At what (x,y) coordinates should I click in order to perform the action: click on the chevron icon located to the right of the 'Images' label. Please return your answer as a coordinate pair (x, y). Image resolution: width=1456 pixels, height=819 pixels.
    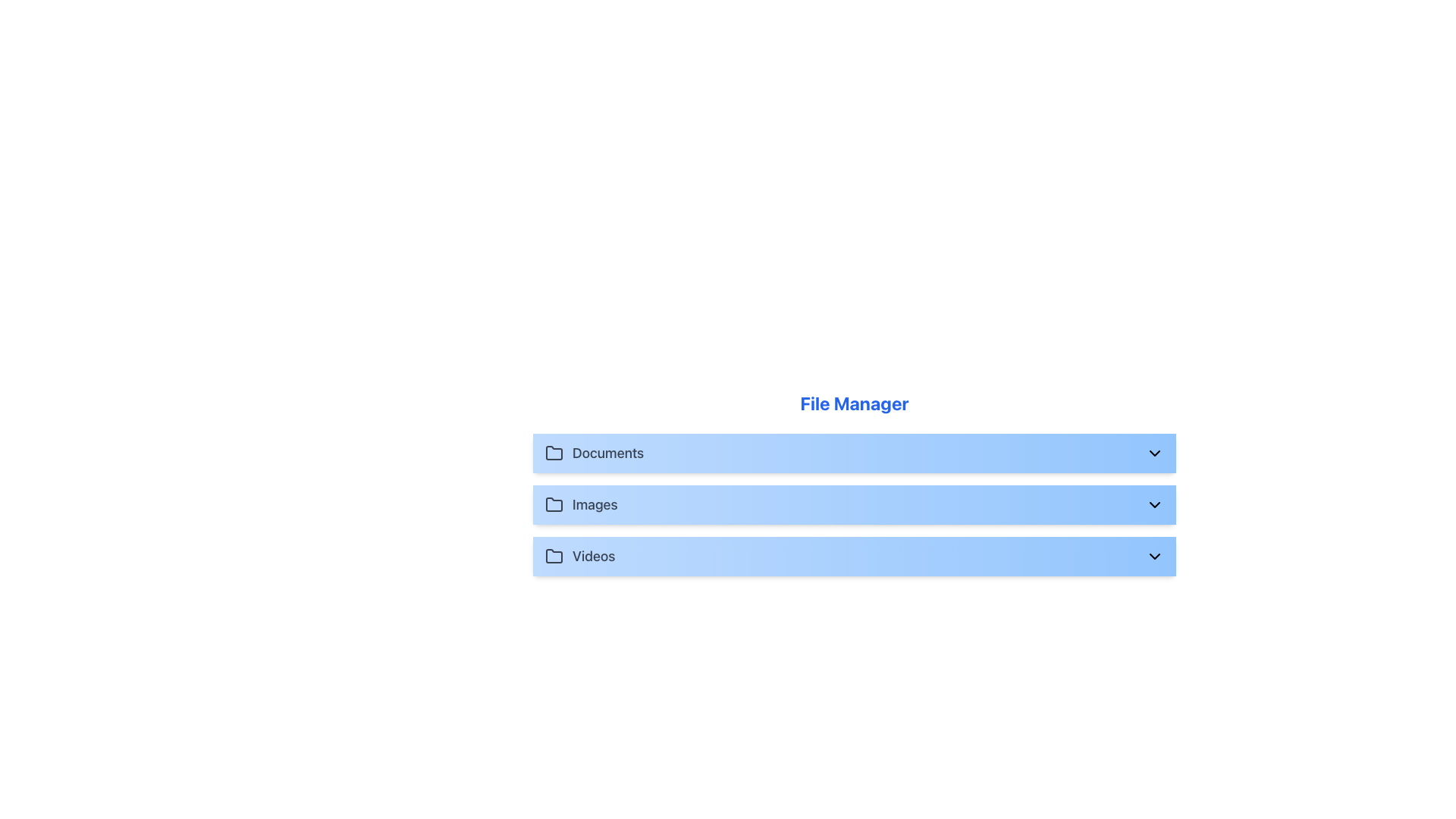
    Looking at the image, I should click on (1153, 505).